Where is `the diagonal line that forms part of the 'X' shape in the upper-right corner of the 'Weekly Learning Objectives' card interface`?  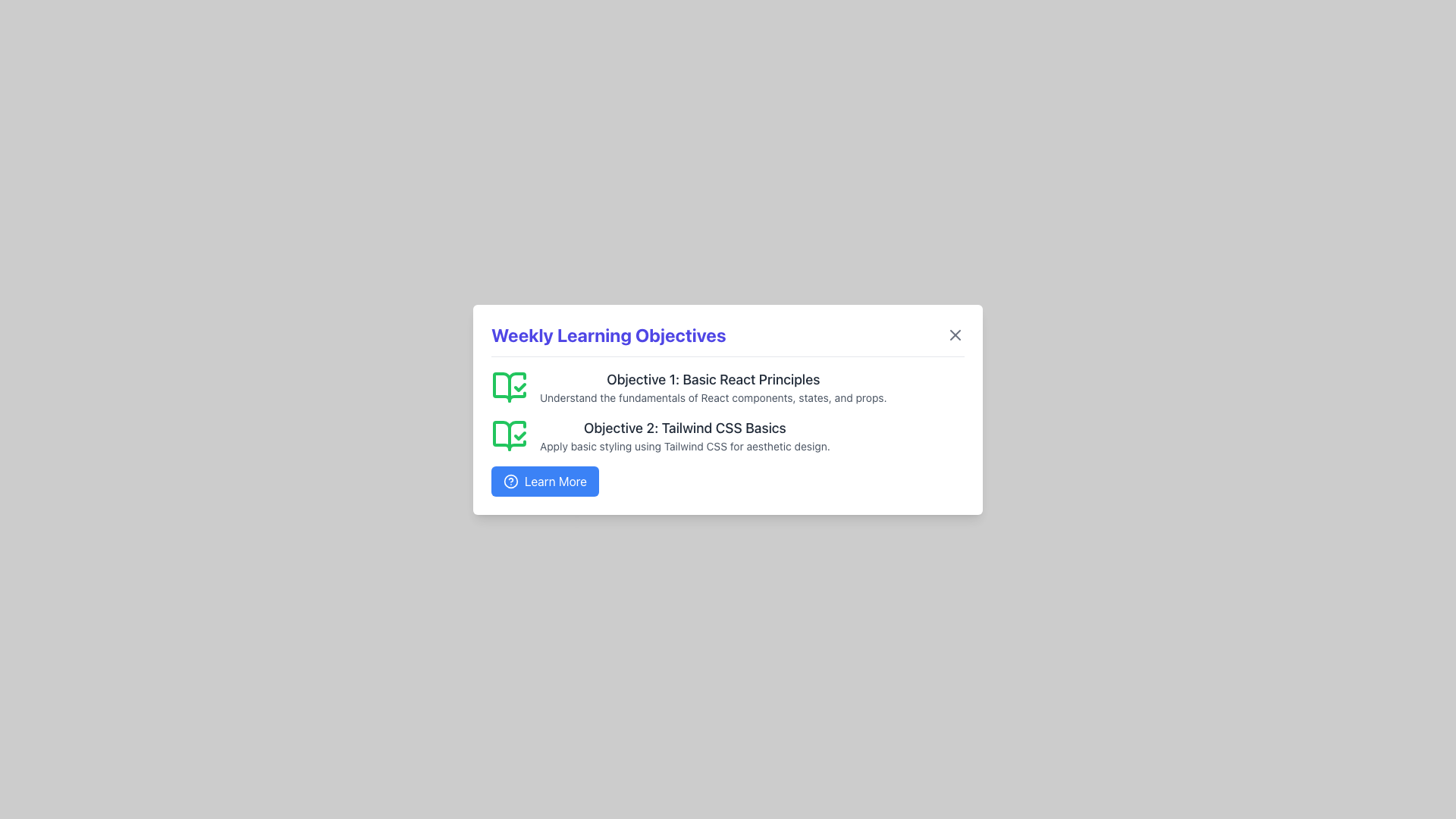 the diagonal line that forms part of the 'X' shape in the upper-right corner of the 'Weekly Learning Objectives' card interface is located at coordinates (954, 334).